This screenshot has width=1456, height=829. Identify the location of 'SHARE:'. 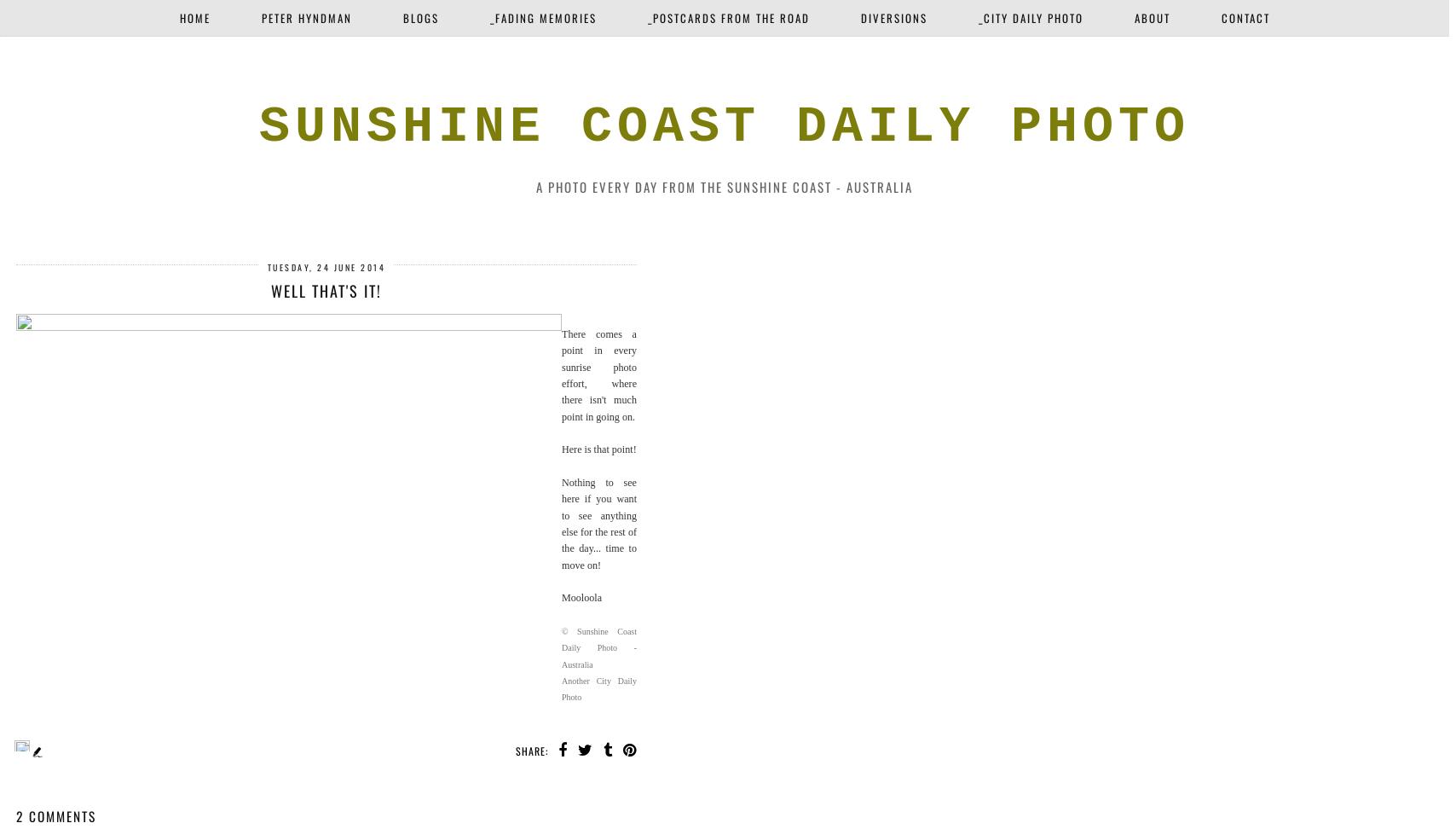
(531, 751).